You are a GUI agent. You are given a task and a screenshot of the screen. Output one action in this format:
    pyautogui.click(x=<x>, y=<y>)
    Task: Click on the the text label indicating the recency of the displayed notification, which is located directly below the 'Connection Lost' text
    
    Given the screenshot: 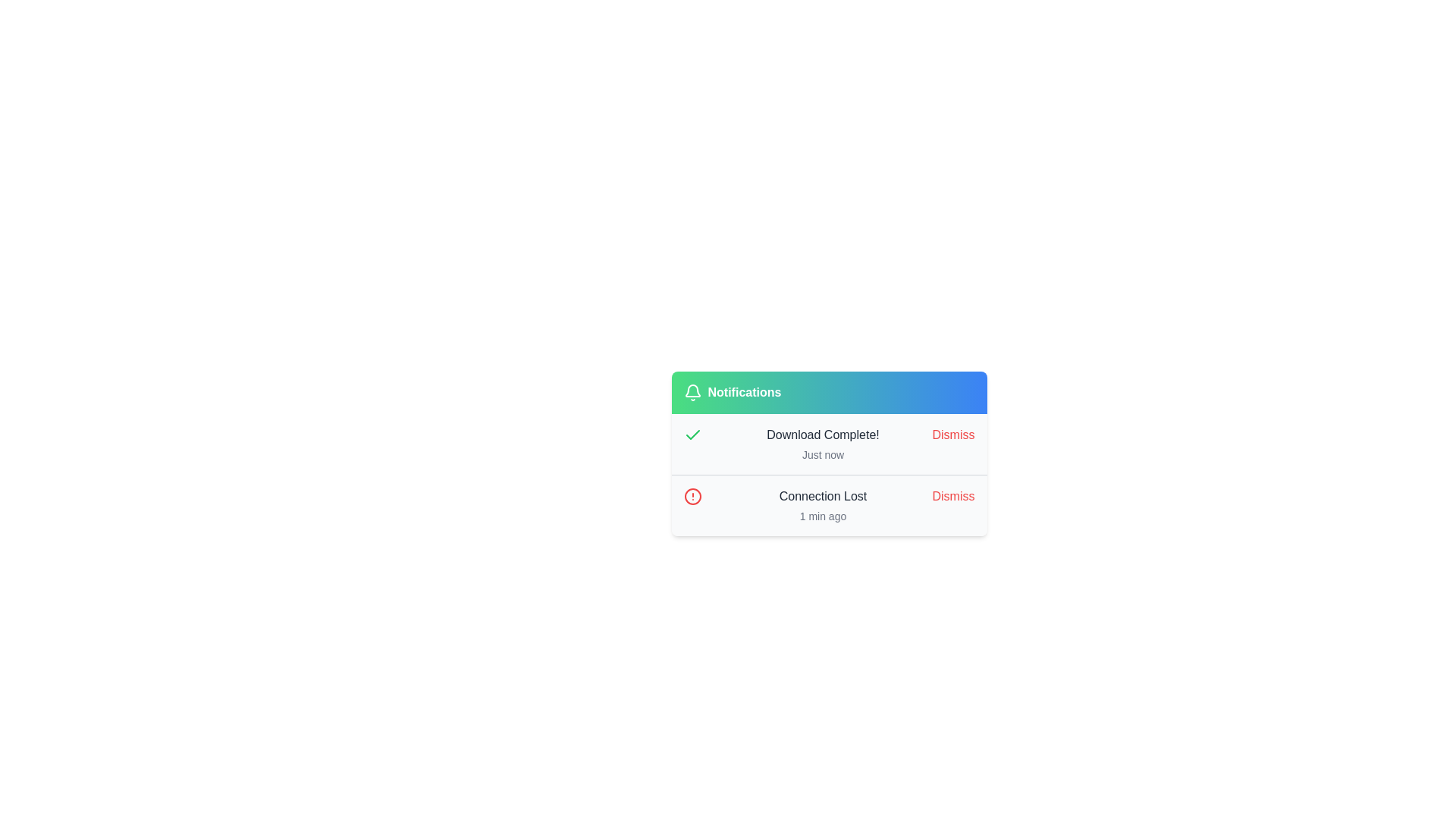 What is the action you would take?
    pyautogui.click(x=822, y=516)
    